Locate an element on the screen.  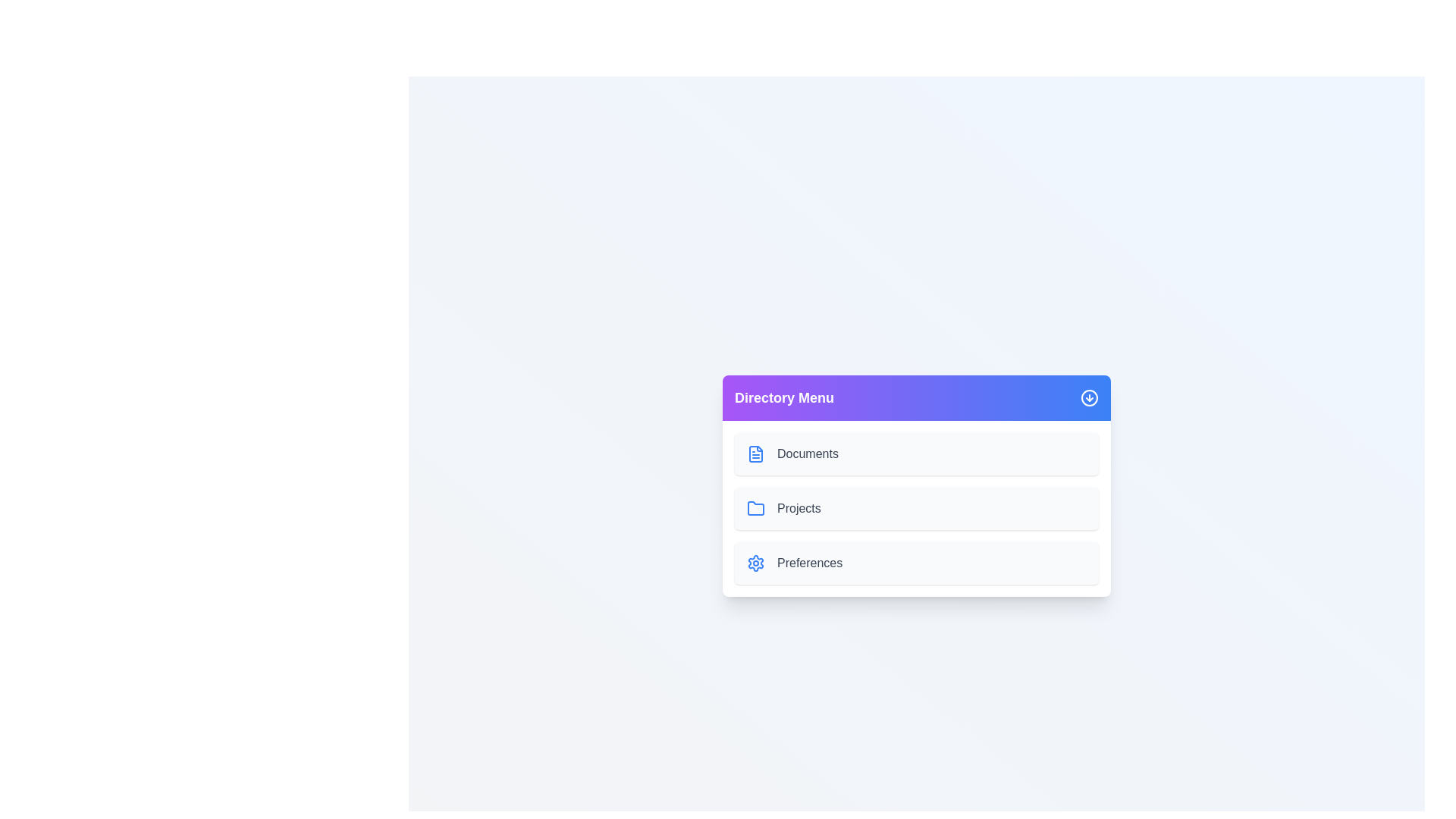
the 'Projects' item in the directory menu is located at coordinates (916, 509).